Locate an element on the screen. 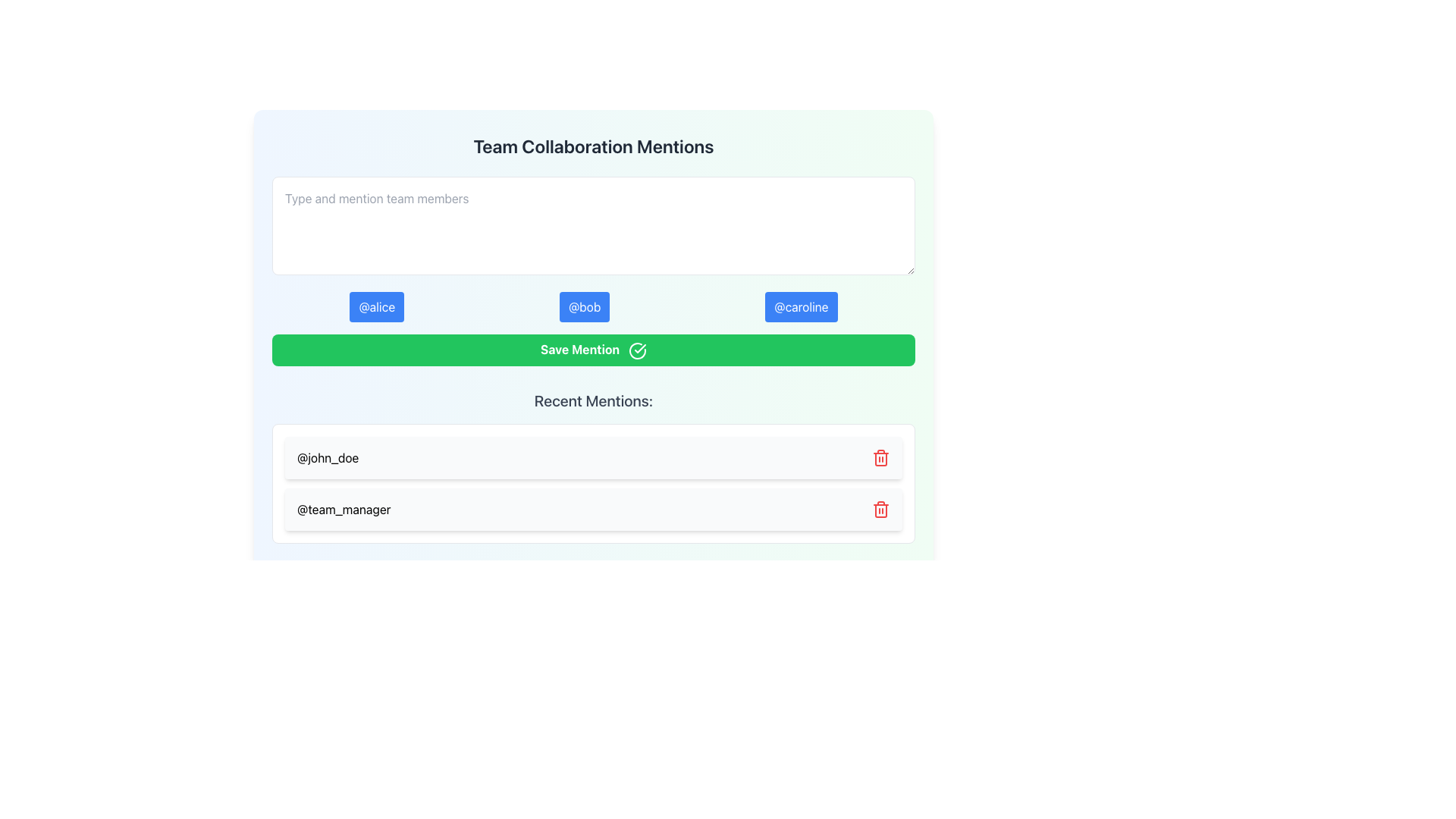  the button with the white text '@bob' on a blue background, which is the middle button in a group of three horizontally arranged buttons is located at coordinates (584, 307).